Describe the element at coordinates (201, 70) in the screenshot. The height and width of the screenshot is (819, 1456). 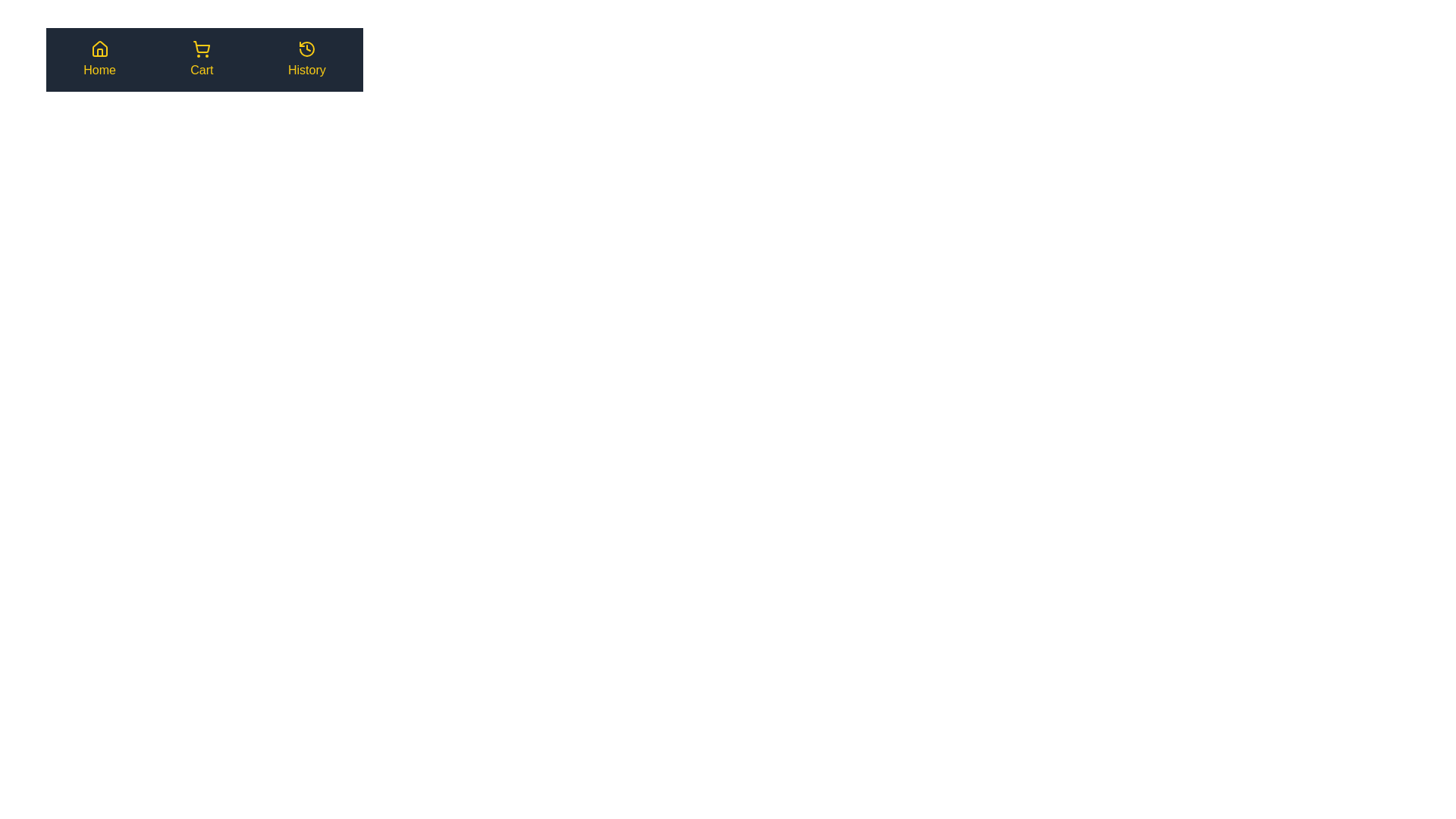
I see `the label Cart from the bottom navigation bar` at that location.